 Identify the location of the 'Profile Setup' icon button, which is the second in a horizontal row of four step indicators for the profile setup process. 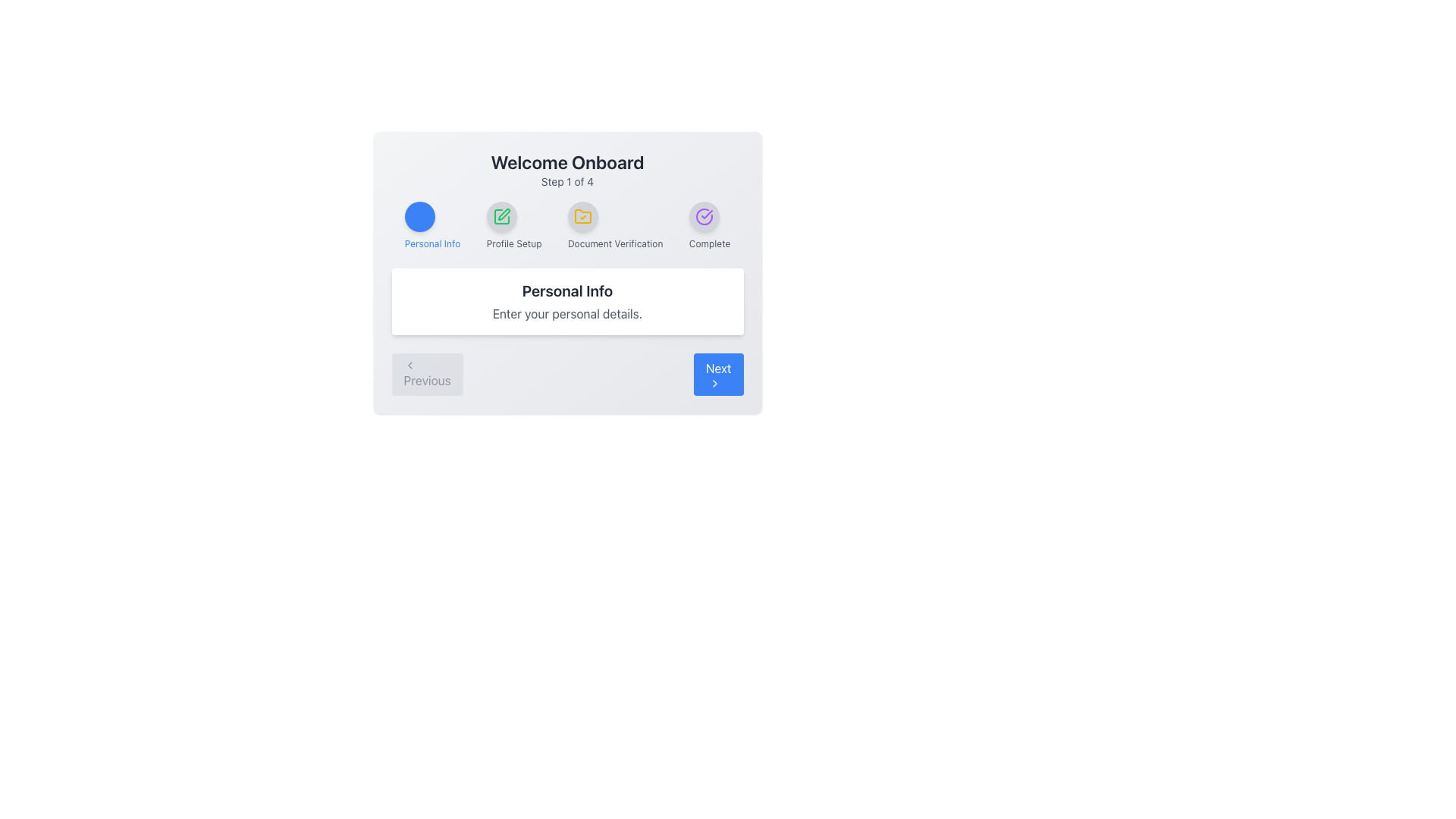
(501, 216).